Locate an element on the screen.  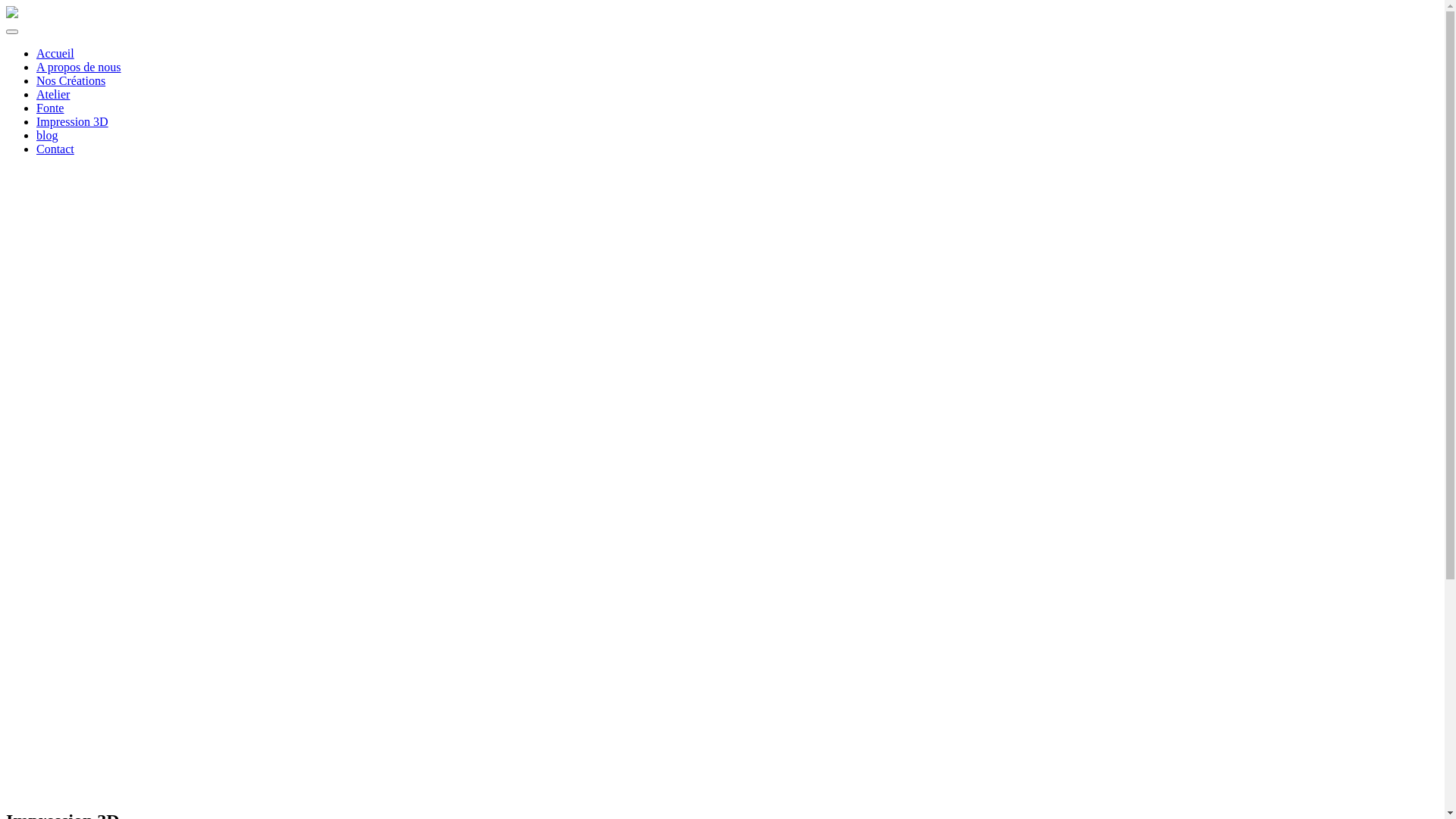
'Accueil' is located at coordinates (55, 52).